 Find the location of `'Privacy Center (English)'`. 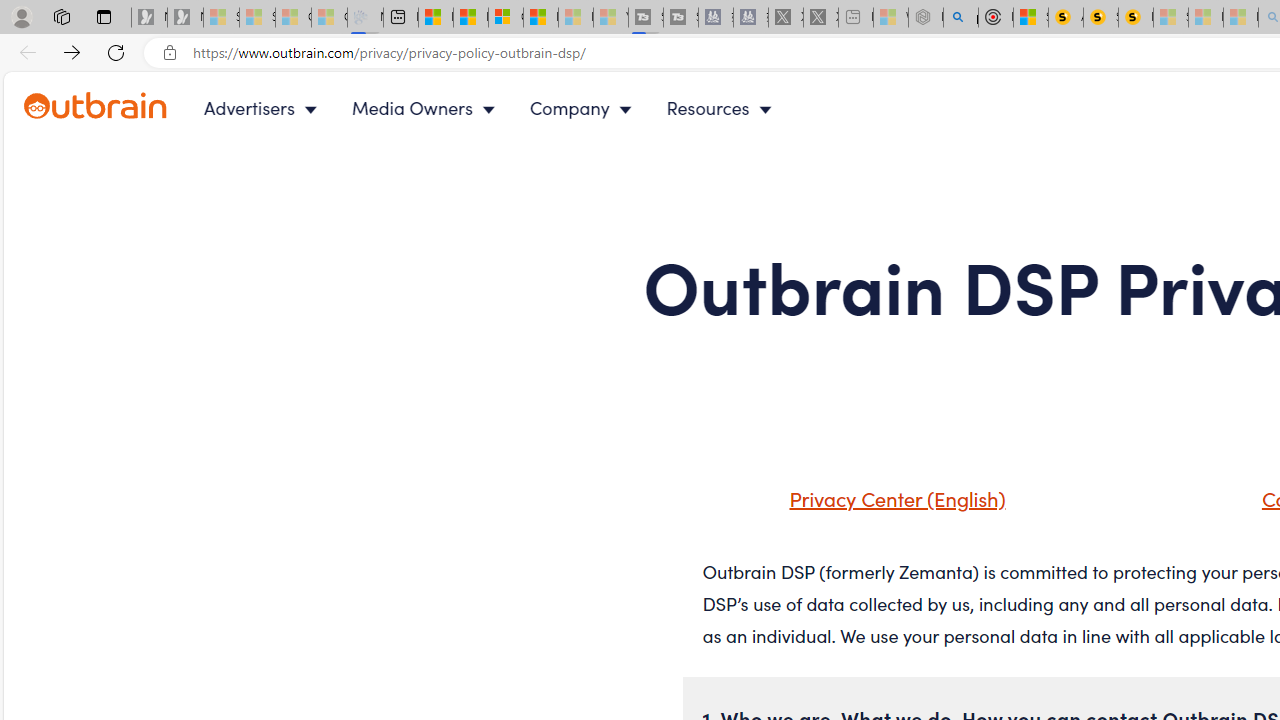

'Privacy Center (English)' is located at coordinates (872, 504).